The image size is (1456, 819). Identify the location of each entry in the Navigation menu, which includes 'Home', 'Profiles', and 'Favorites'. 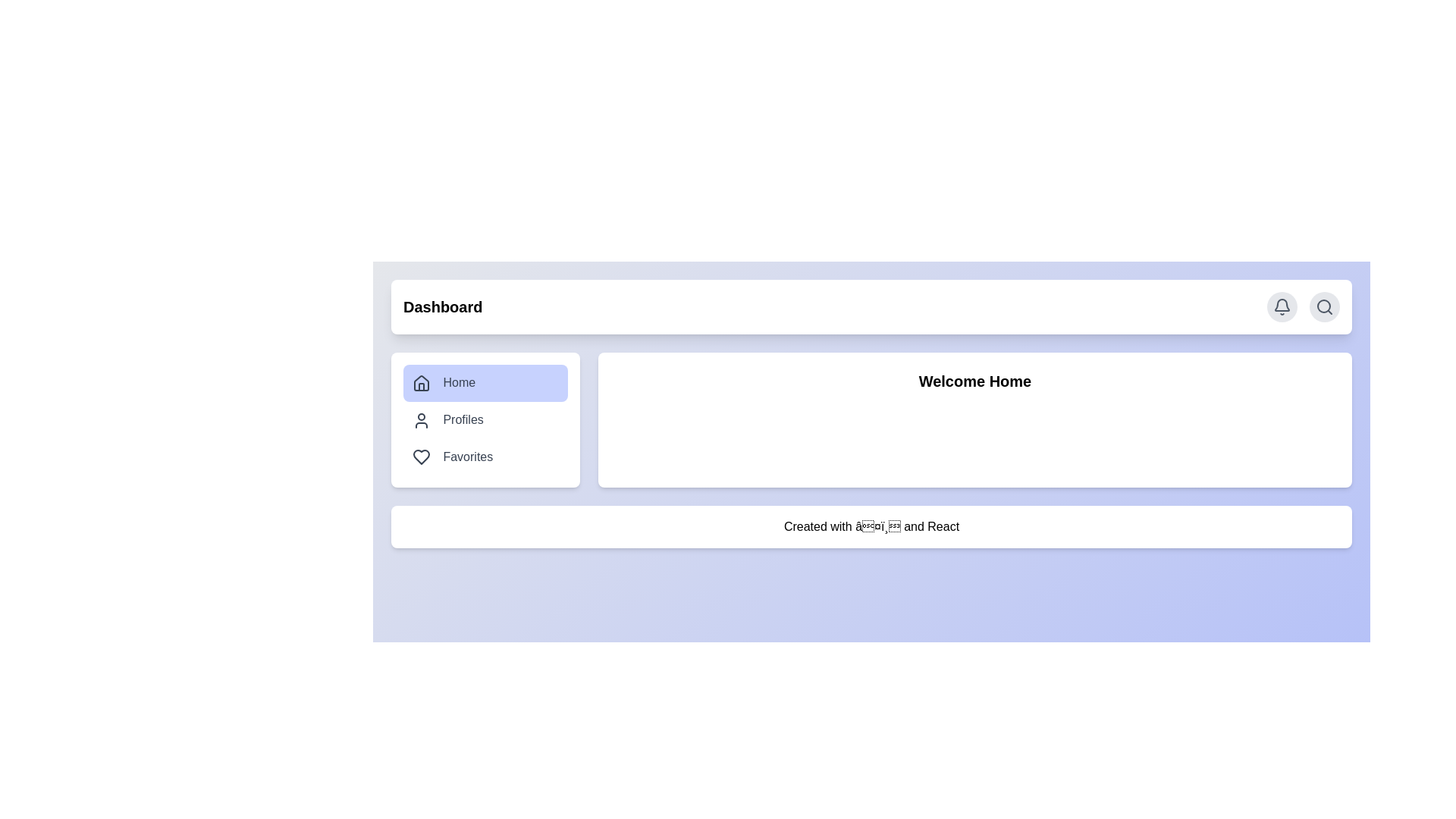
(485, 420).